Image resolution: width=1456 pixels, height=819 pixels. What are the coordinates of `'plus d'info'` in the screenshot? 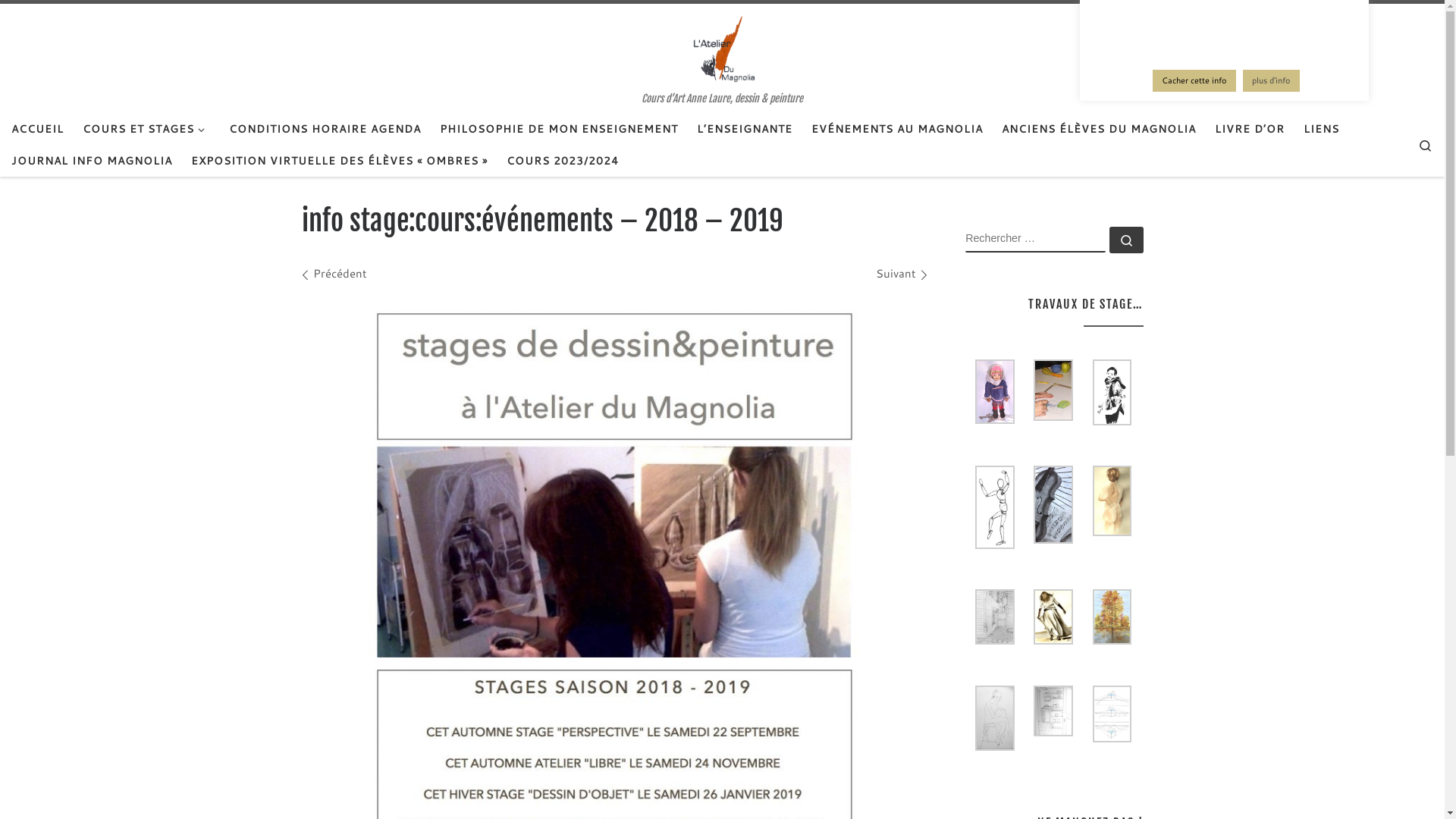 It's located at (1271, 80).